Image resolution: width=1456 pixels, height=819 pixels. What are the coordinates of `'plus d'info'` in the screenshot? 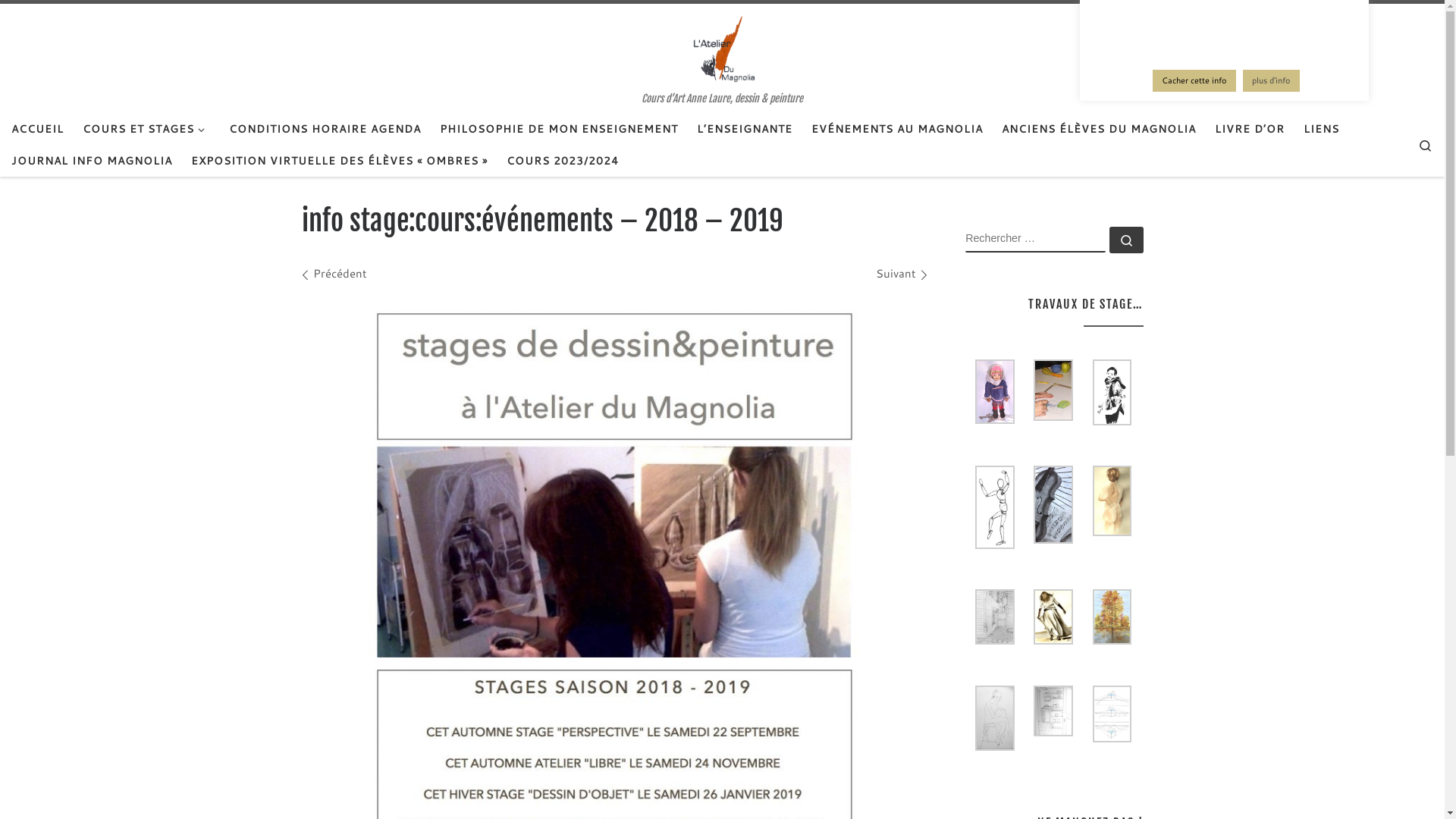 It's located at (1271, 80).